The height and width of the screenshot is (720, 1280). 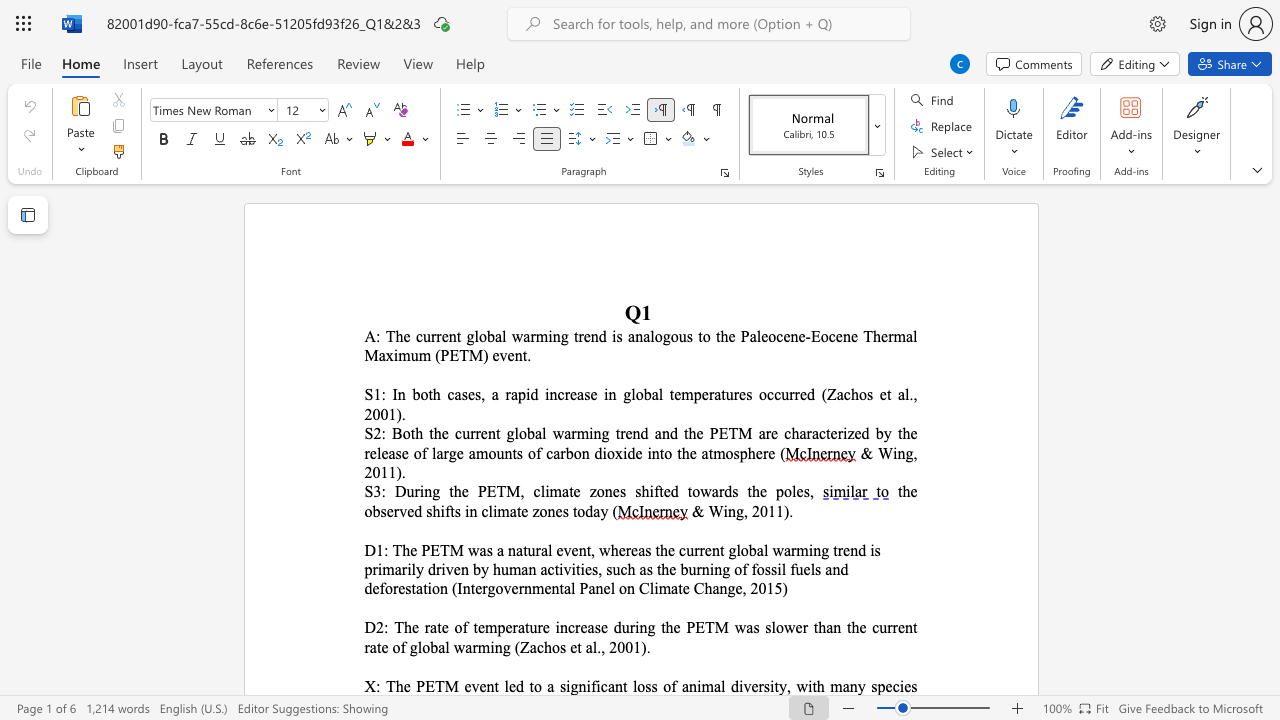 I want to click on the space between the continuous character "T" and "M" in the text, so click(x=449, y=550).